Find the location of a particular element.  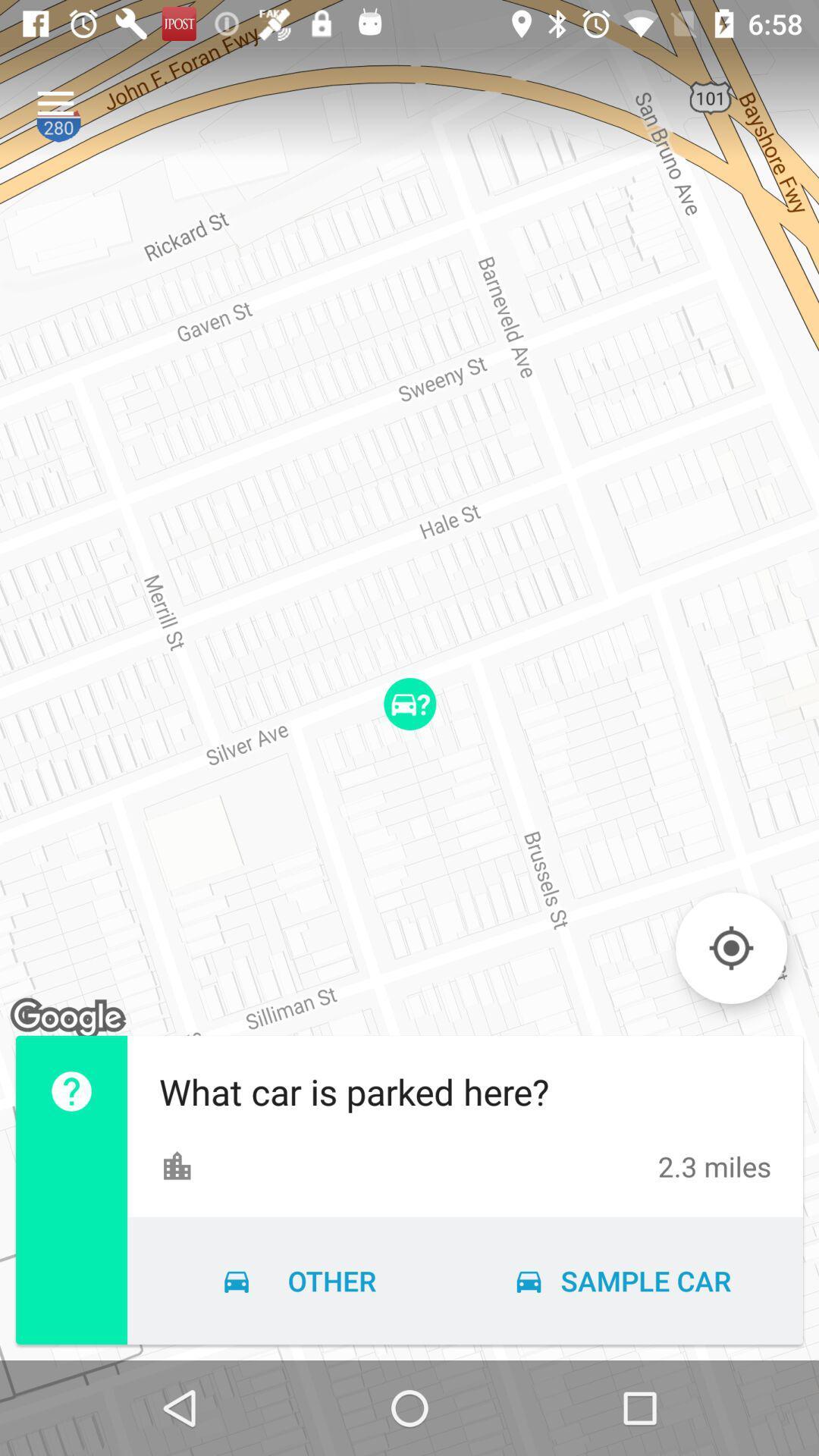

realign map is located at coordinates (730, 947).